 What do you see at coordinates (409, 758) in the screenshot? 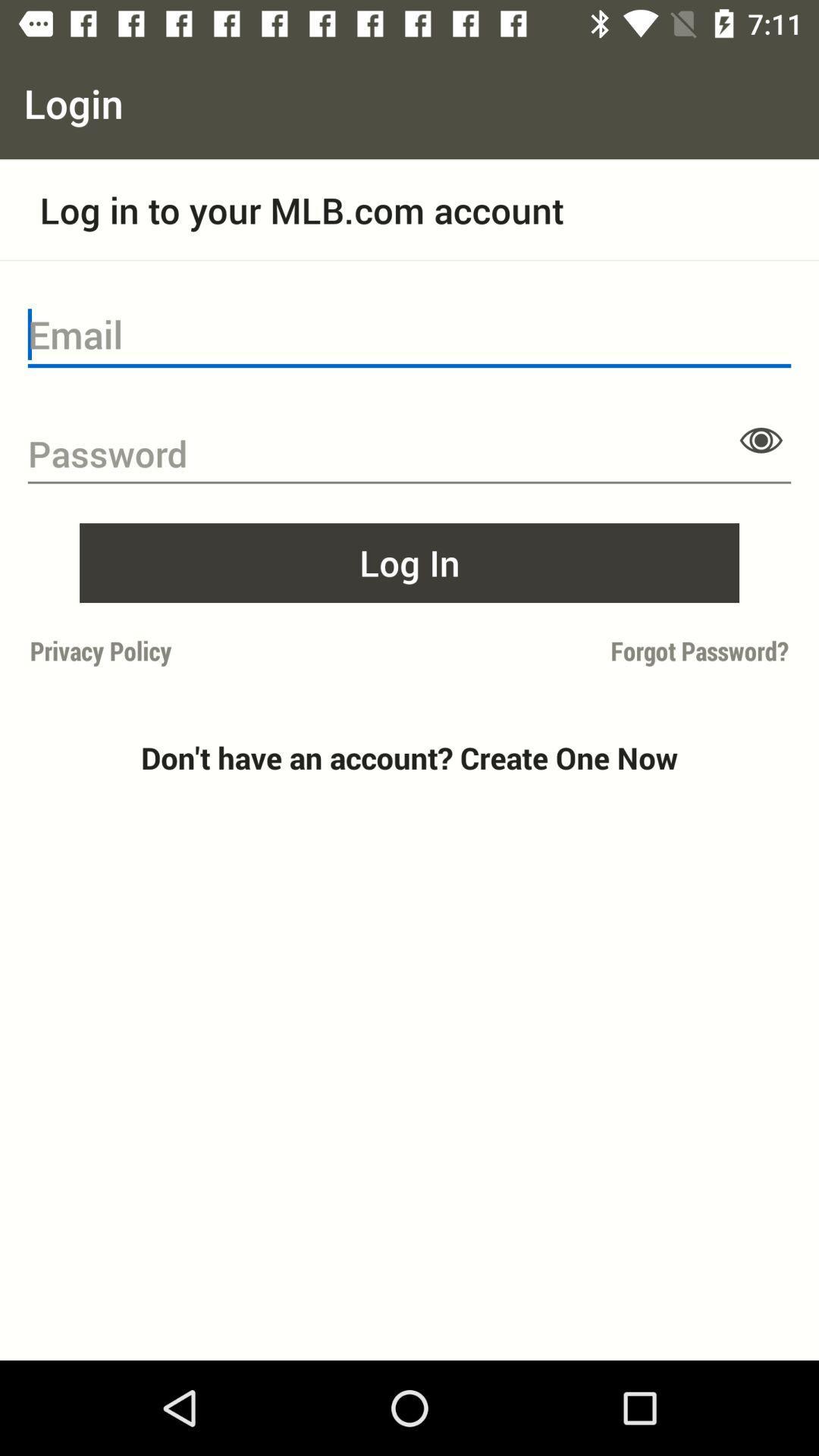
I see `the don t have icon` at bounding box center [409, 758].